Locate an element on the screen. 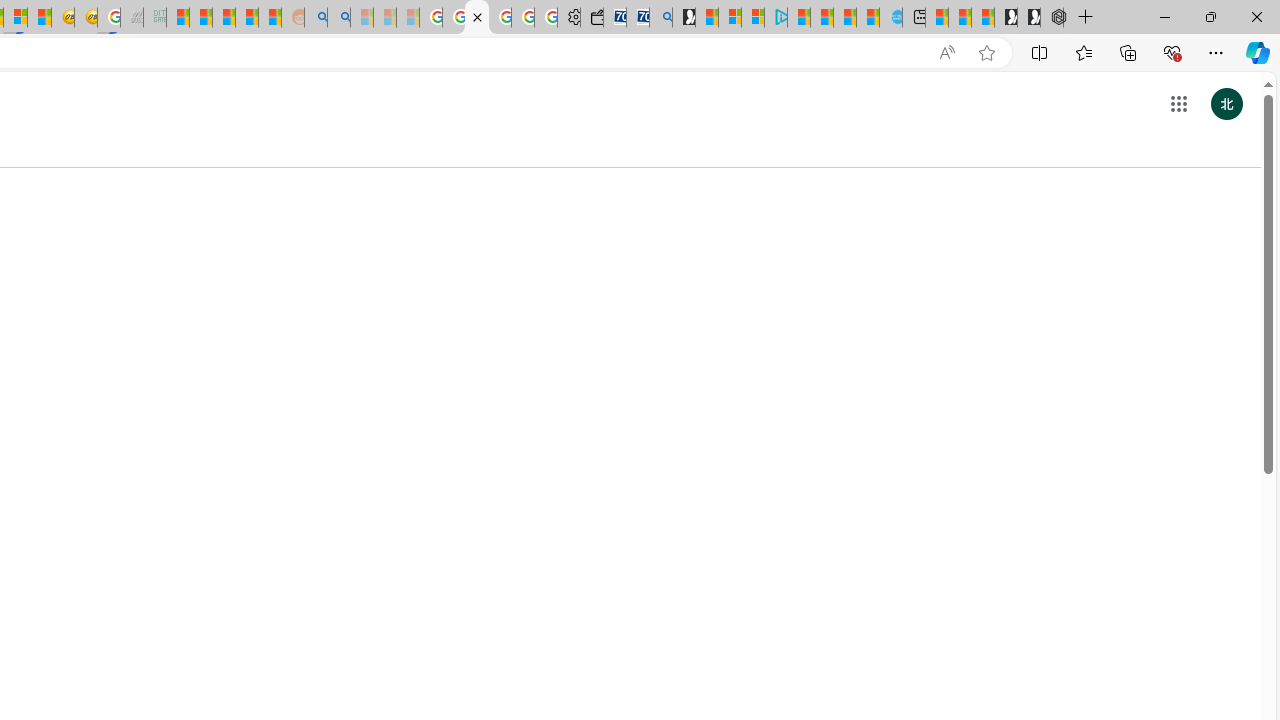  'Student Loan Update: Forgiveness Program Ends This Month' is located at coordinates (246, 17).